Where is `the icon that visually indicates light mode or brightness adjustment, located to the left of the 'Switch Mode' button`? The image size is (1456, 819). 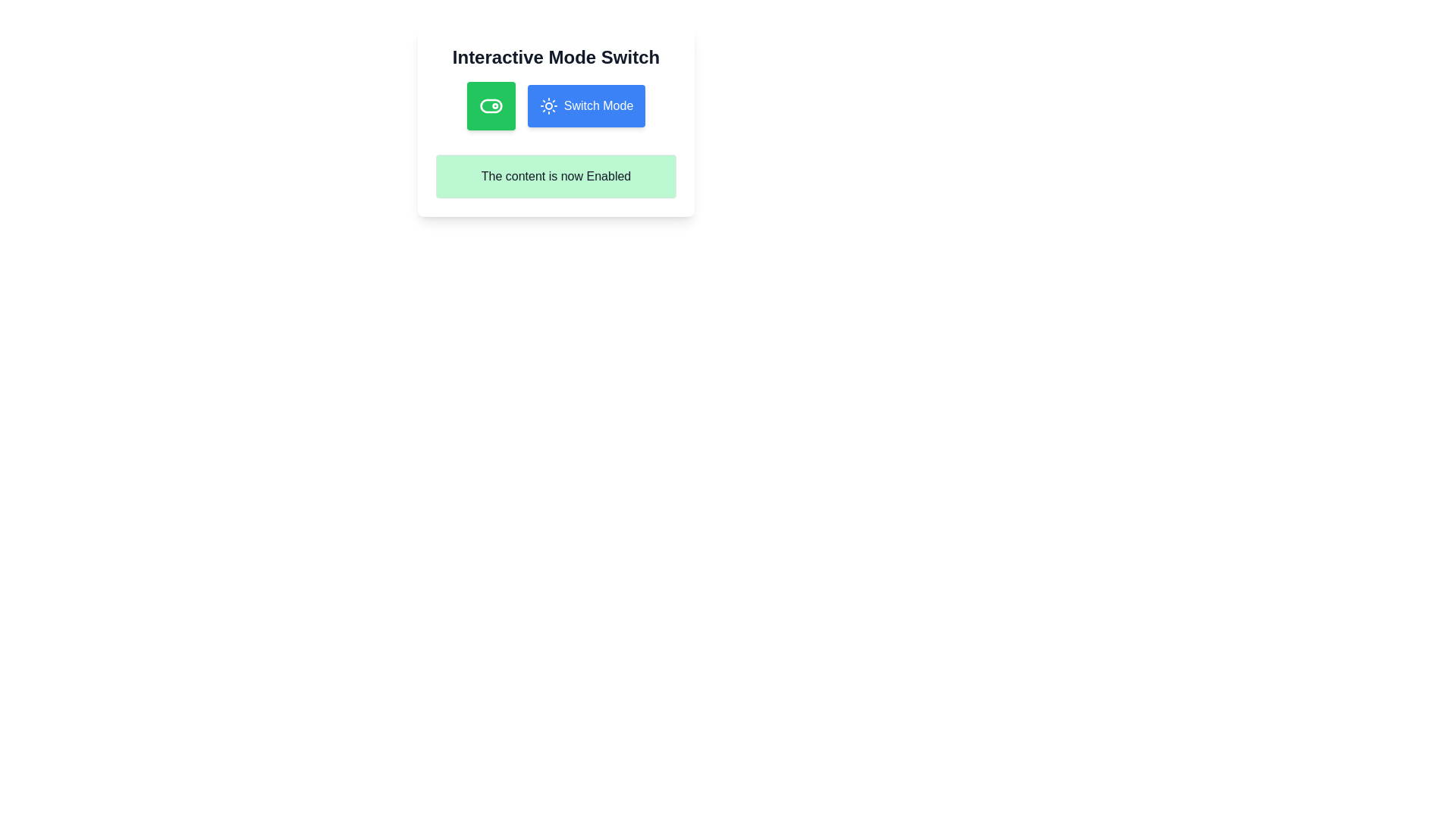
the icon that visually indicates light mode or brightness adjustment, located to the left of the 'Switch Mode' button is located at coordinates (548, 105).